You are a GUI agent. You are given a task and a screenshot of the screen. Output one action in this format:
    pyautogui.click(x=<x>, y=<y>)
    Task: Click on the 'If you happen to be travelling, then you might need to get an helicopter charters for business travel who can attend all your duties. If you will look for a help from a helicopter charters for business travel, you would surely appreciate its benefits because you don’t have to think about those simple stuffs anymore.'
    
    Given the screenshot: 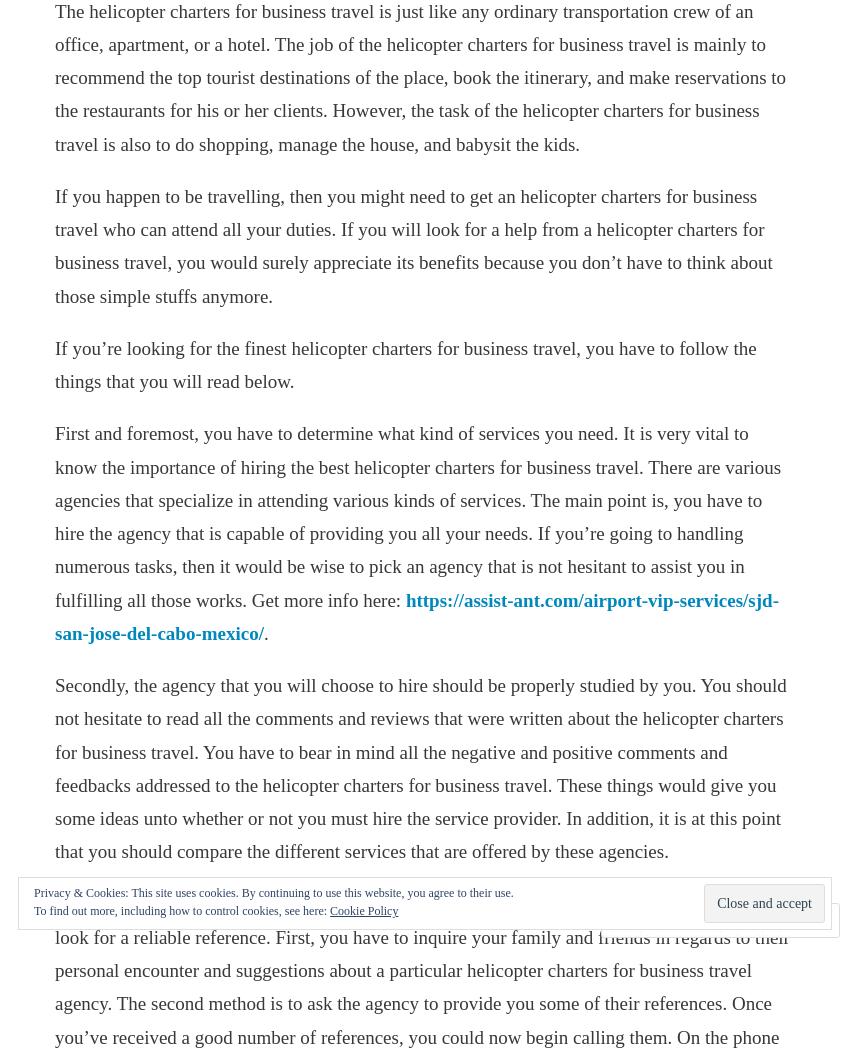 What is the action you would take?
    pyautogui.click(x=413, y=244)
    